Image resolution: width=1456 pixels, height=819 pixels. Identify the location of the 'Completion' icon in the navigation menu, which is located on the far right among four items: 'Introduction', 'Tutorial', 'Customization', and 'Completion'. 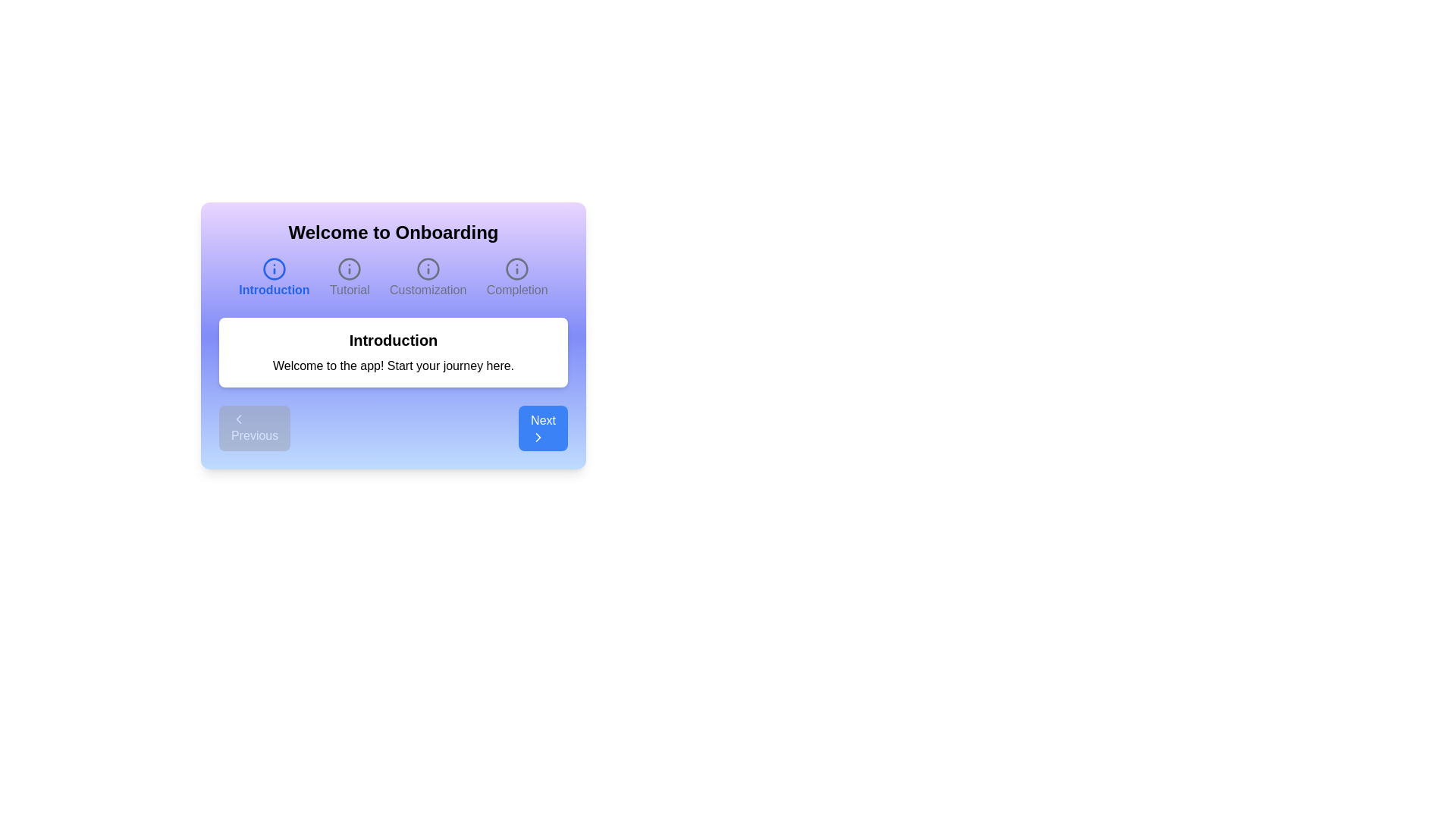
(517, 268).